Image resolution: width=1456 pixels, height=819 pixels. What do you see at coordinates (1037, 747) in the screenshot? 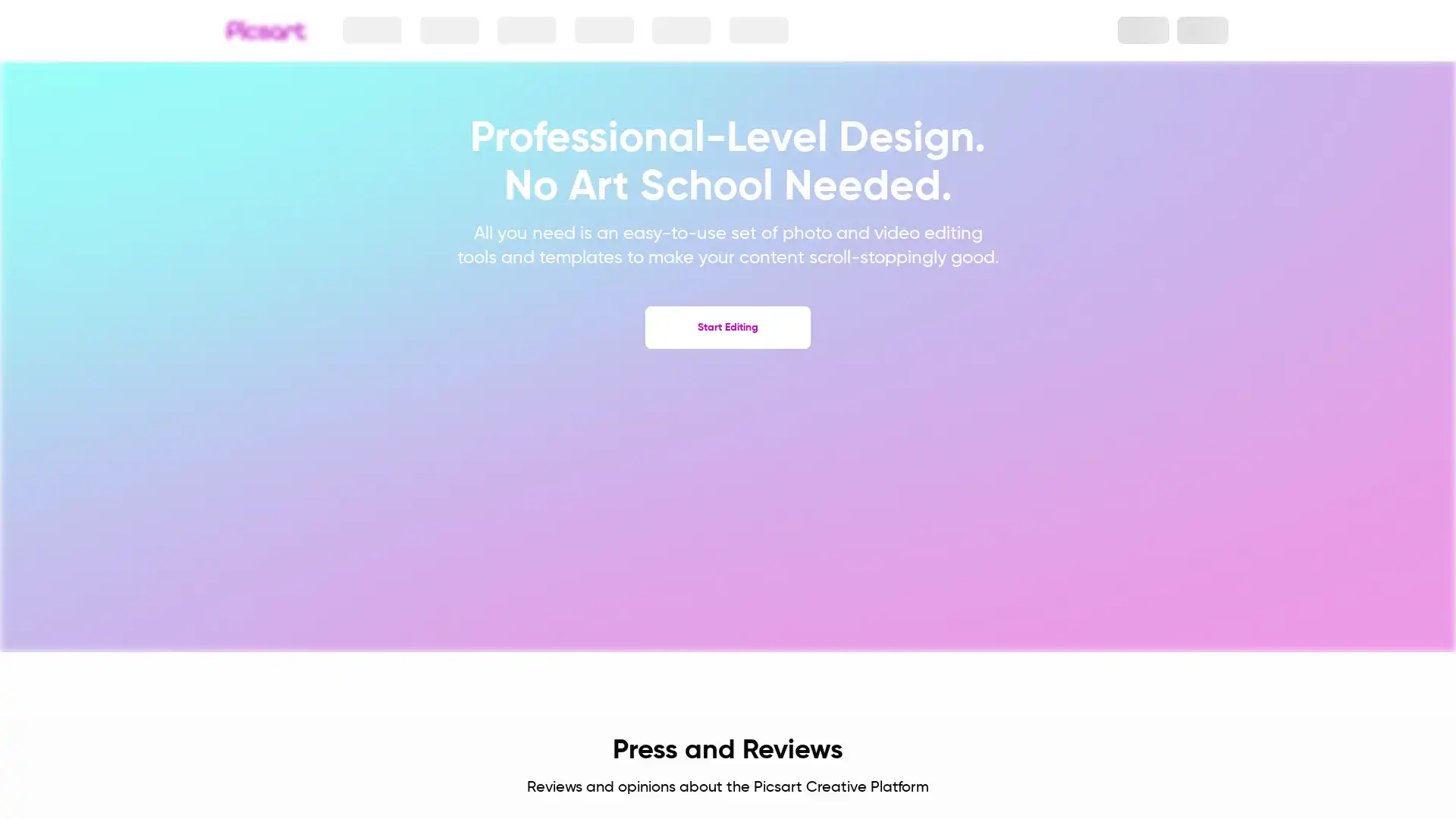
I see `Manage Cookies` at bounding box center [1037, 747].